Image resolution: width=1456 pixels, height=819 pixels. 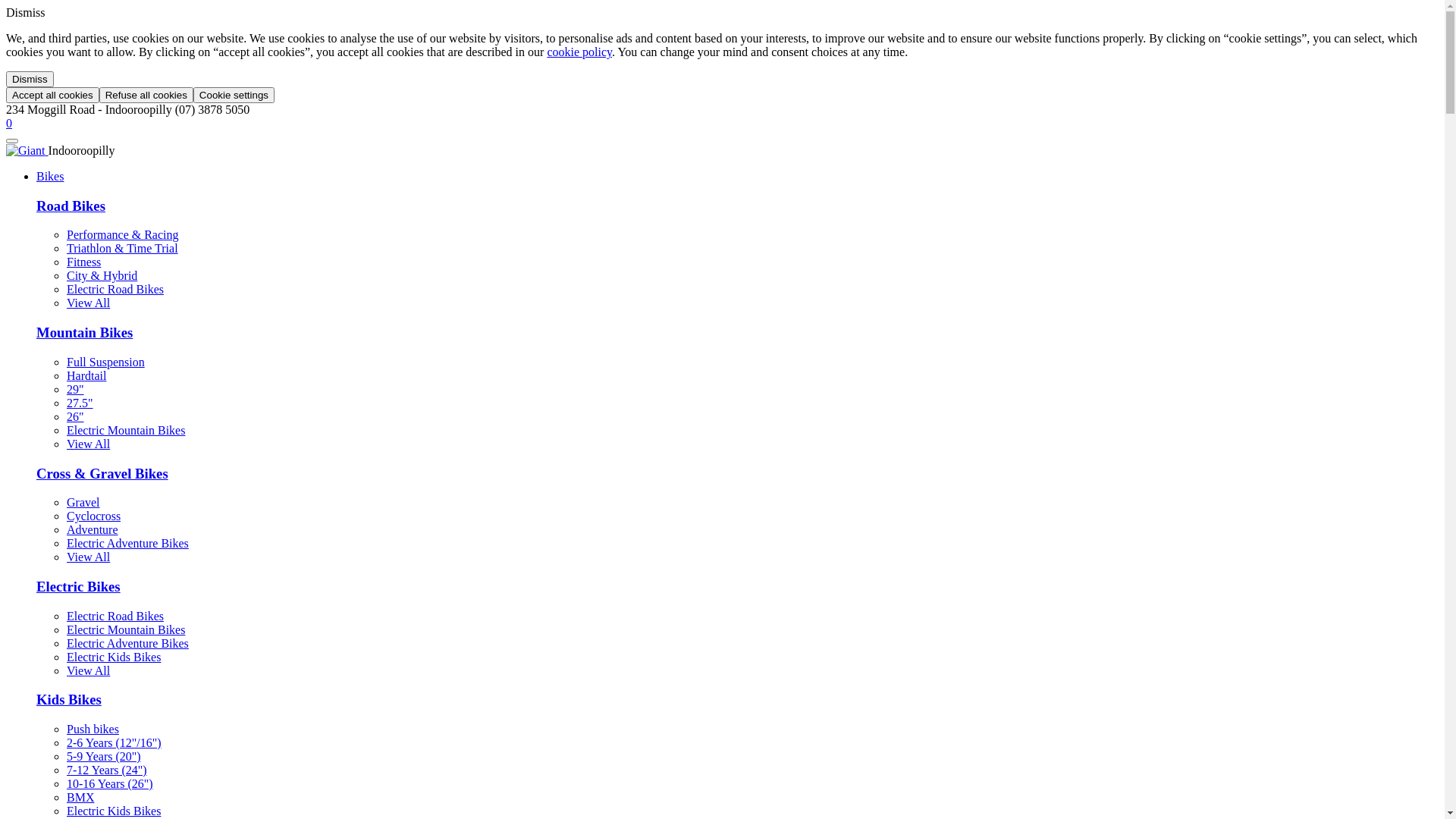 I want to click on 'Cookie settings', so click(x=233, y=95).